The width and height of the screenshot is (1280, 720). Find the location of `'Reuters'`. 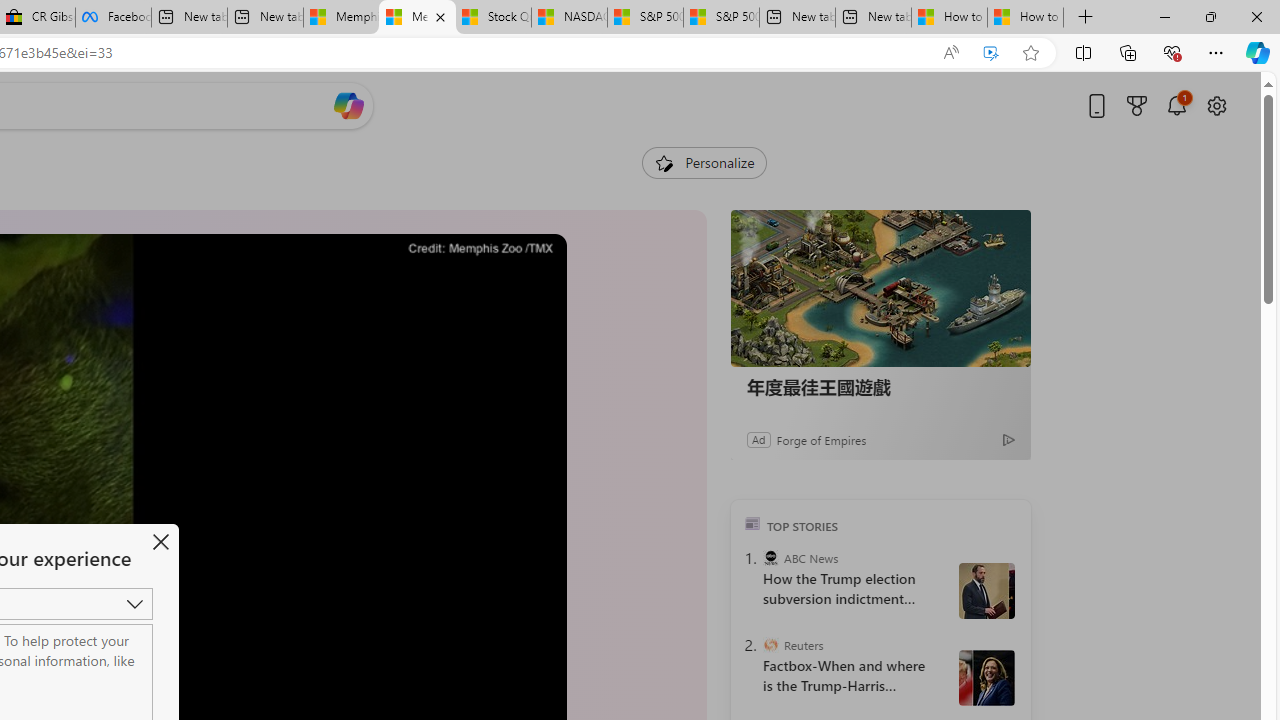

'Reuters' is located at coordinates (769, 645).